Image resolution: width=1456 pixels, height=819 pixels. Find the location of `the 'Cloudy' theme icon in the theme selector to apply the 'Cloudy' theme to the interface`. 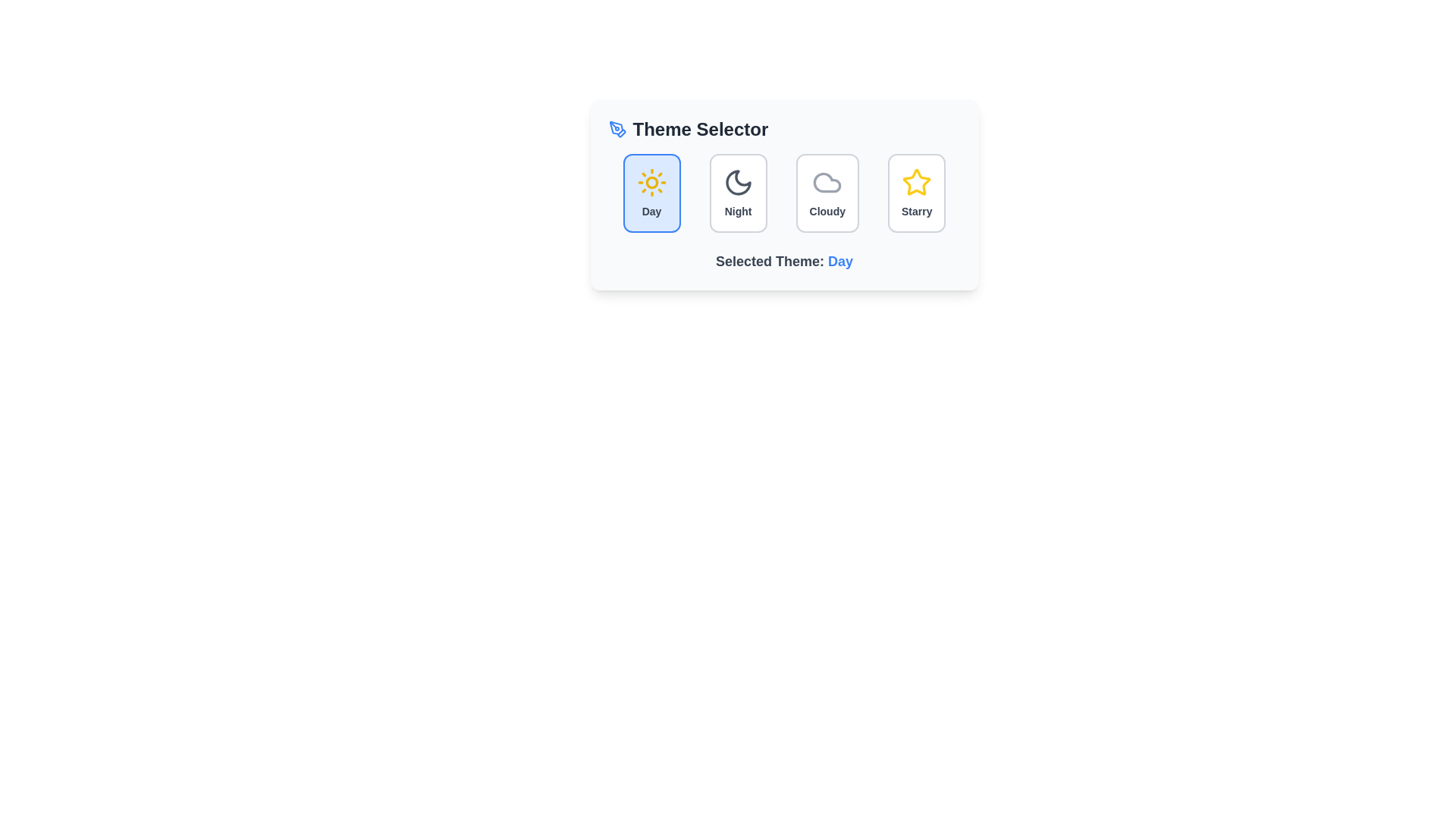

the 'Cloudy' theme icon in the theme selector to apply the 'Cloudy' theme to the interface is located at coordinates (826, 181).